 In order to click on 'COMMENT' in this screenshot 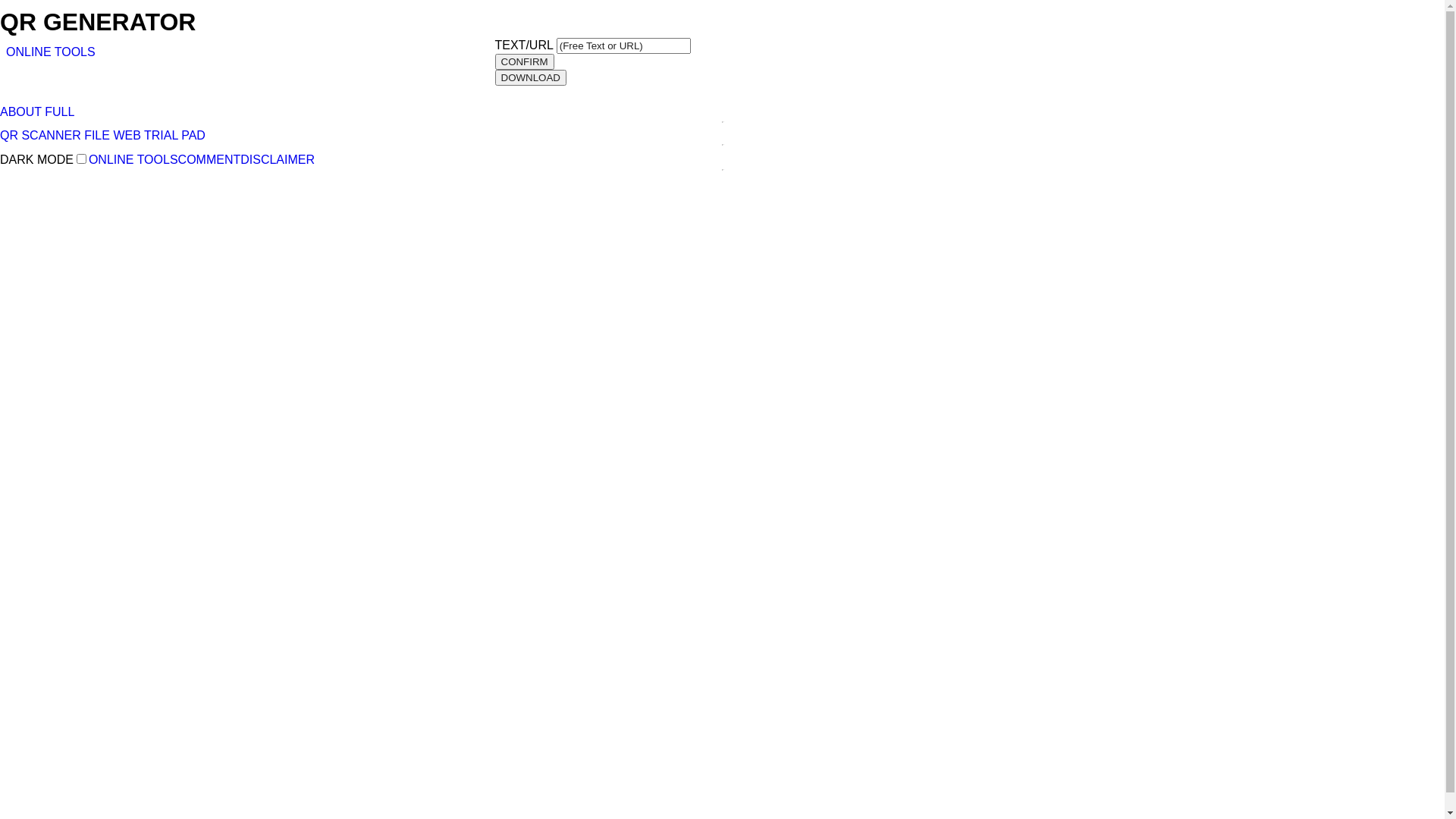, I will do `click(209, 159)`.